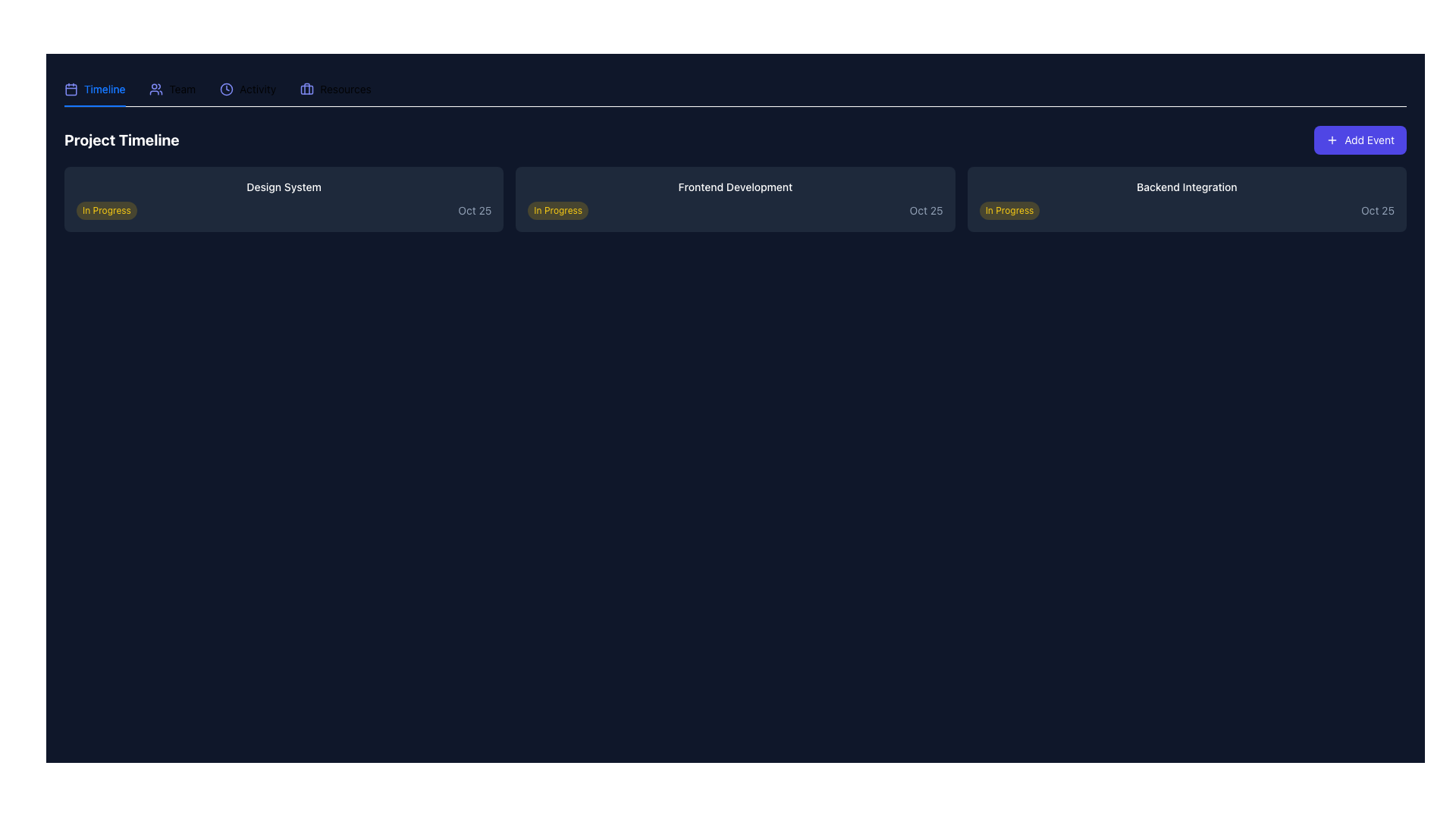  What do you see at coordinates (226, 89) in the screenshot?
I see `the decorative 'Activity' icon located in the top navigation bar, positioned to the left of the 'Activity' label` at bounding box center [226, 89].